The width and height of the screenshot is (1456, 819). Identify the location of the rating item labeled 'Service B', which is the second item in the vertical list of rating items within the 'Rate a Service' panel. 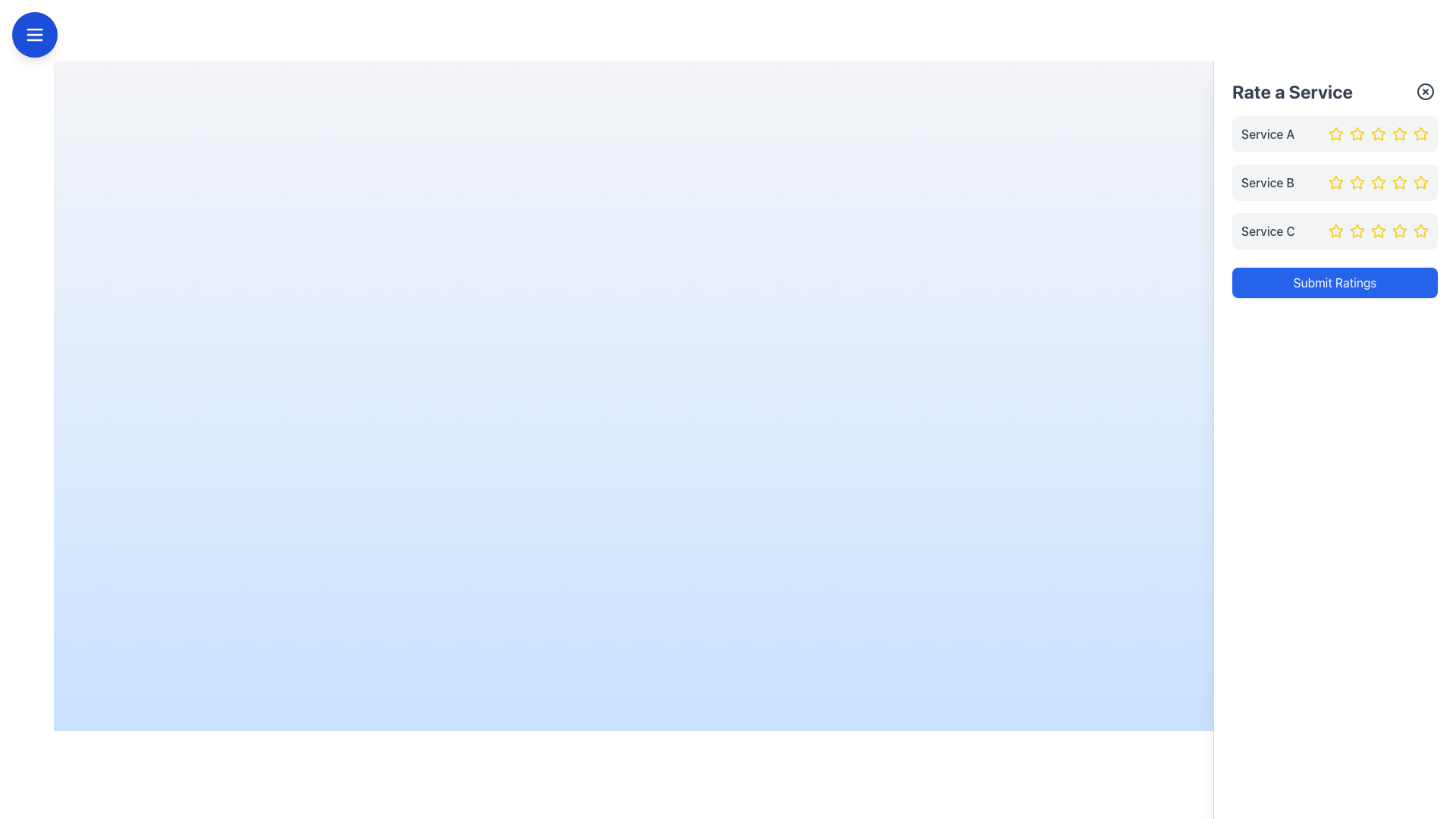
(1335, 181).